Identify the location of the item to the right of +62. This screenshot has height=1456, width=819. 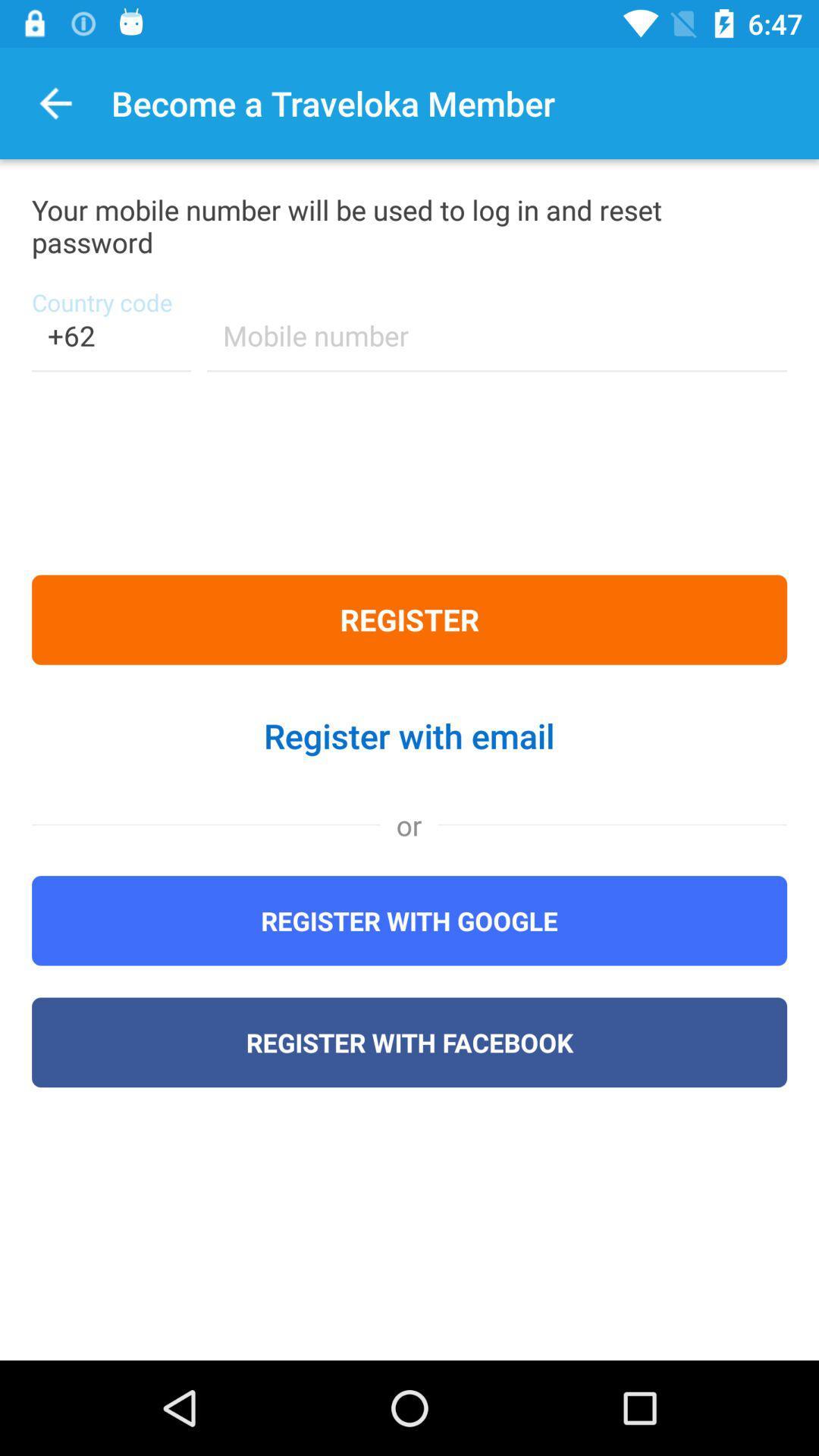
(497, 344).